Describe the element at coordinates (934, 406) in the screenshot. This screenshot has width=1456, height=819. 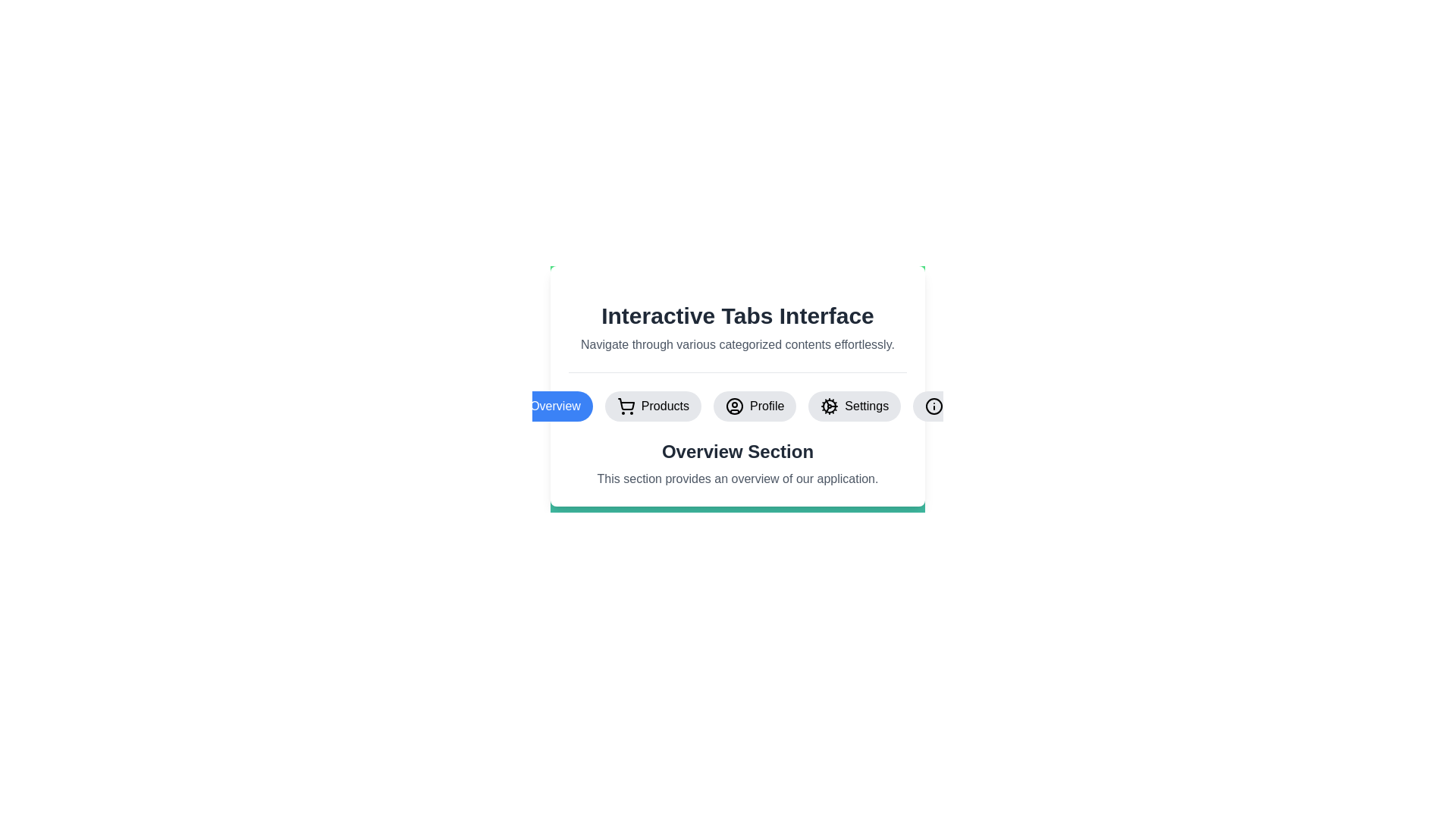
I see `the small circular icon resembling the letter 'i' enclosed in a circle, located in the 'Info' group` at that location.